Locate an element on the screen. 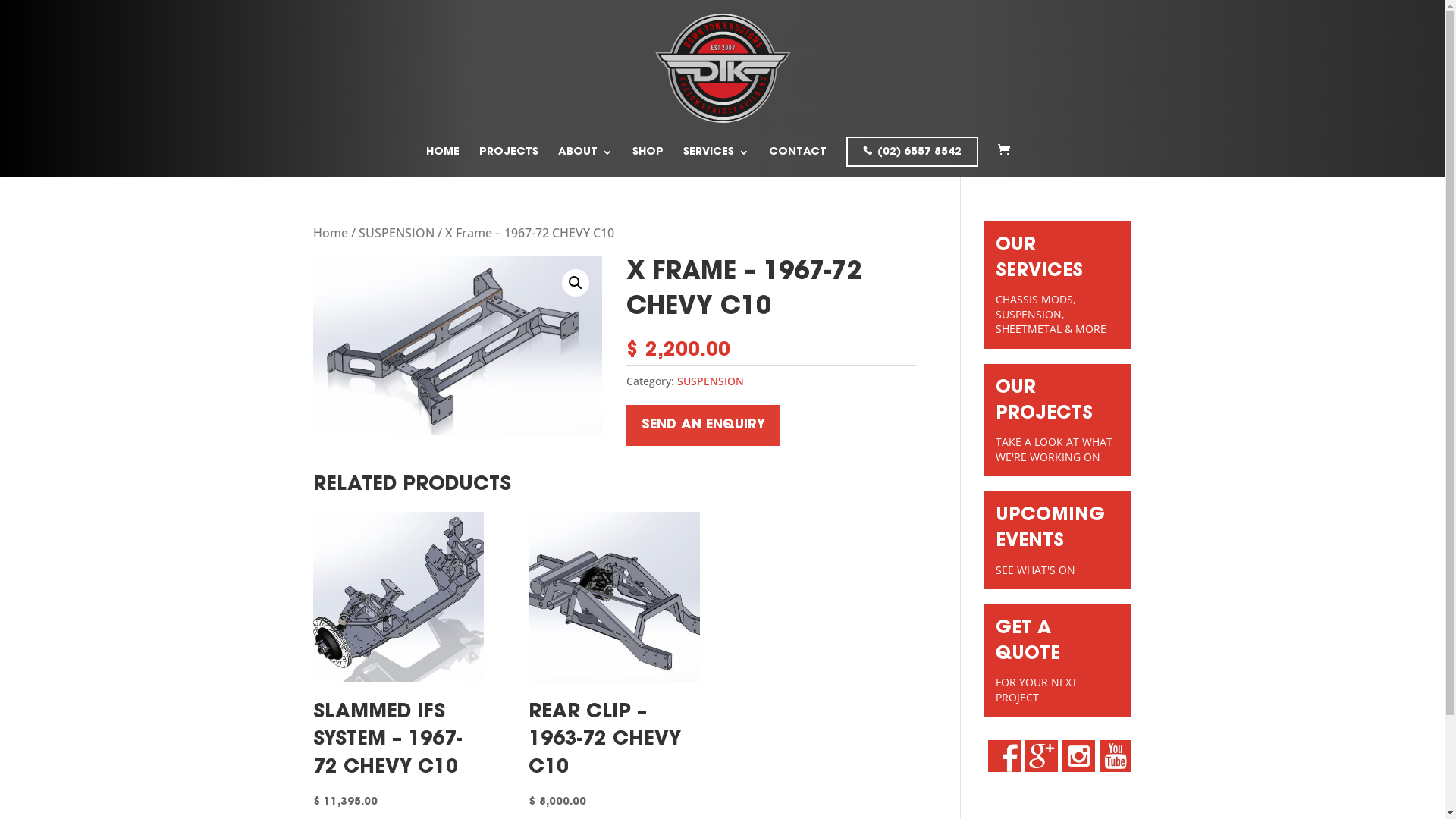  '(02) 6557 8542' is located at coordinates (912, 152).